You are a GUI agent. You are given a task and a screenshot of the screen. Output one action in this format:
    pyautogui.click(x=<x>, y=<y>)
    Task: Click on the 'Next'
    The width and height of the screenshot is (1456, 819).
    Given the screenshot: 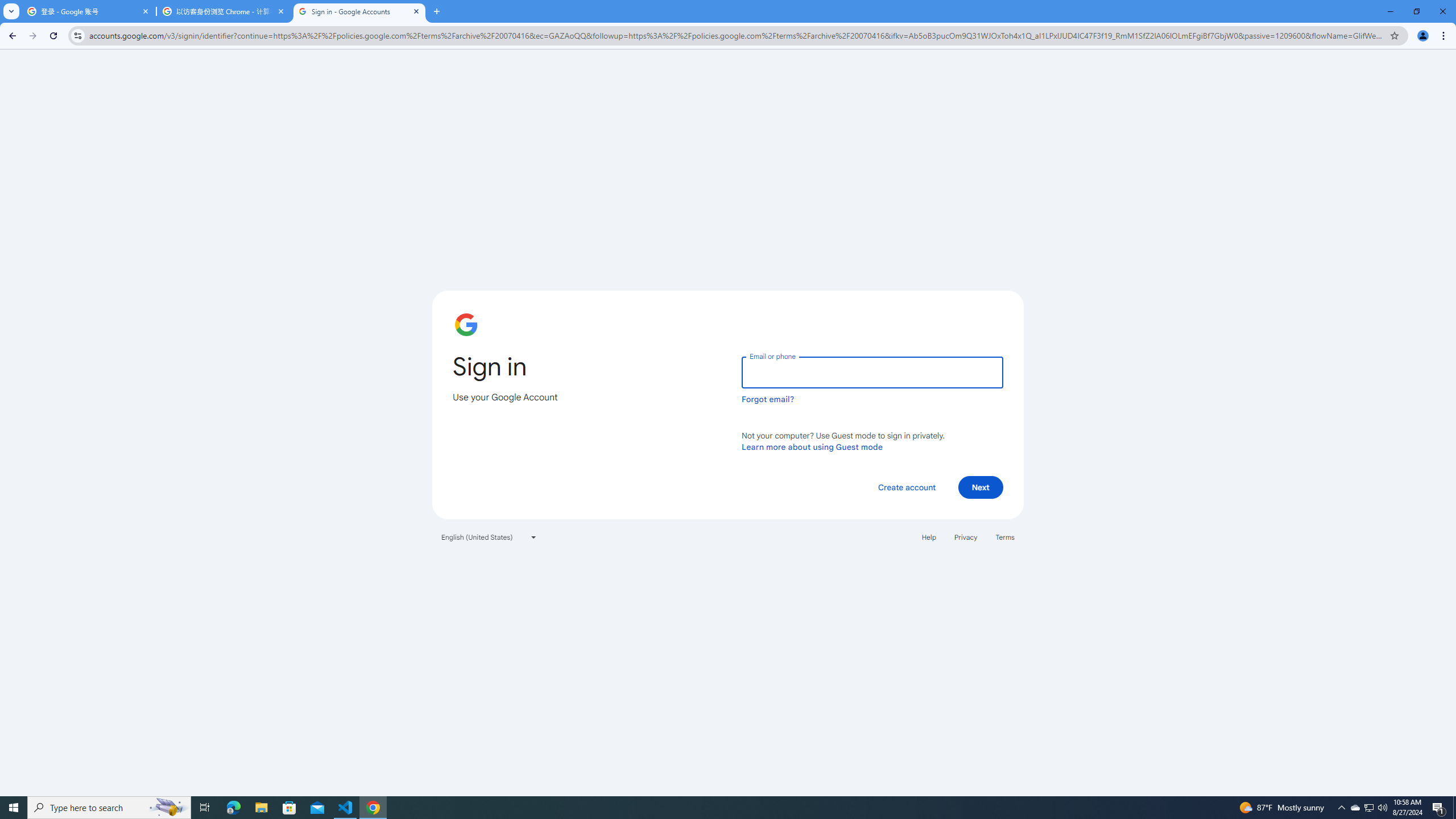 What is the action you would take?
    pyautogui.click(x=981, y=486)
    